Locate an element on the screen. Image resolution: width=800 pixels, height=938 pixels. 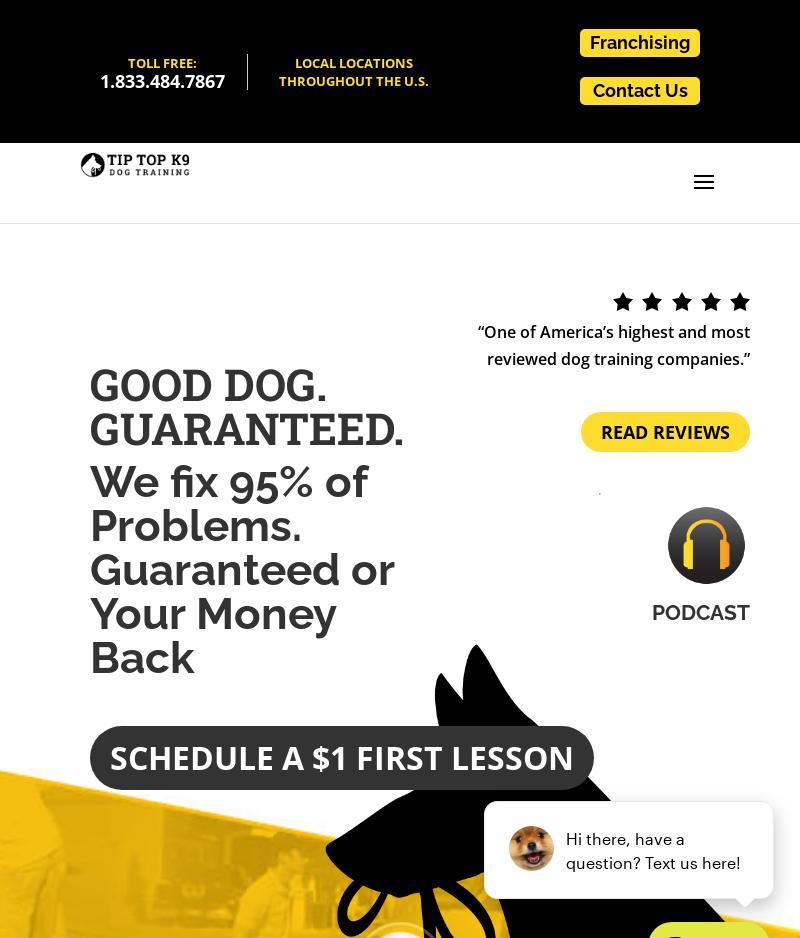
'“One of America’s highest and most reviewed dog training companies.”' is located at coordinates (614, 345).